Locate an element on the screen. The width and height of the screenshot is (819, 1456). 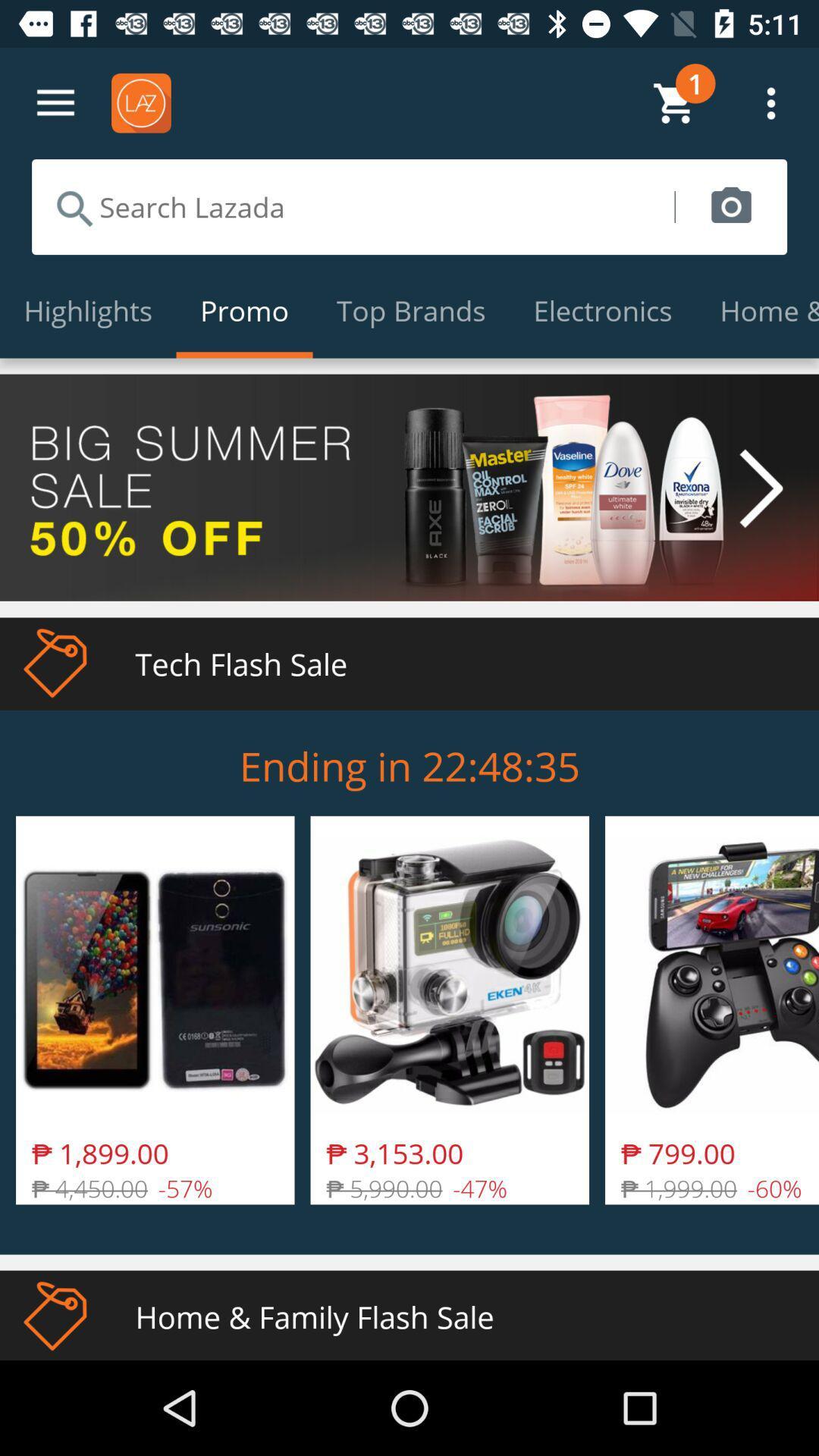
icon above tech flash sale icon is located at coordinates (409, 488).